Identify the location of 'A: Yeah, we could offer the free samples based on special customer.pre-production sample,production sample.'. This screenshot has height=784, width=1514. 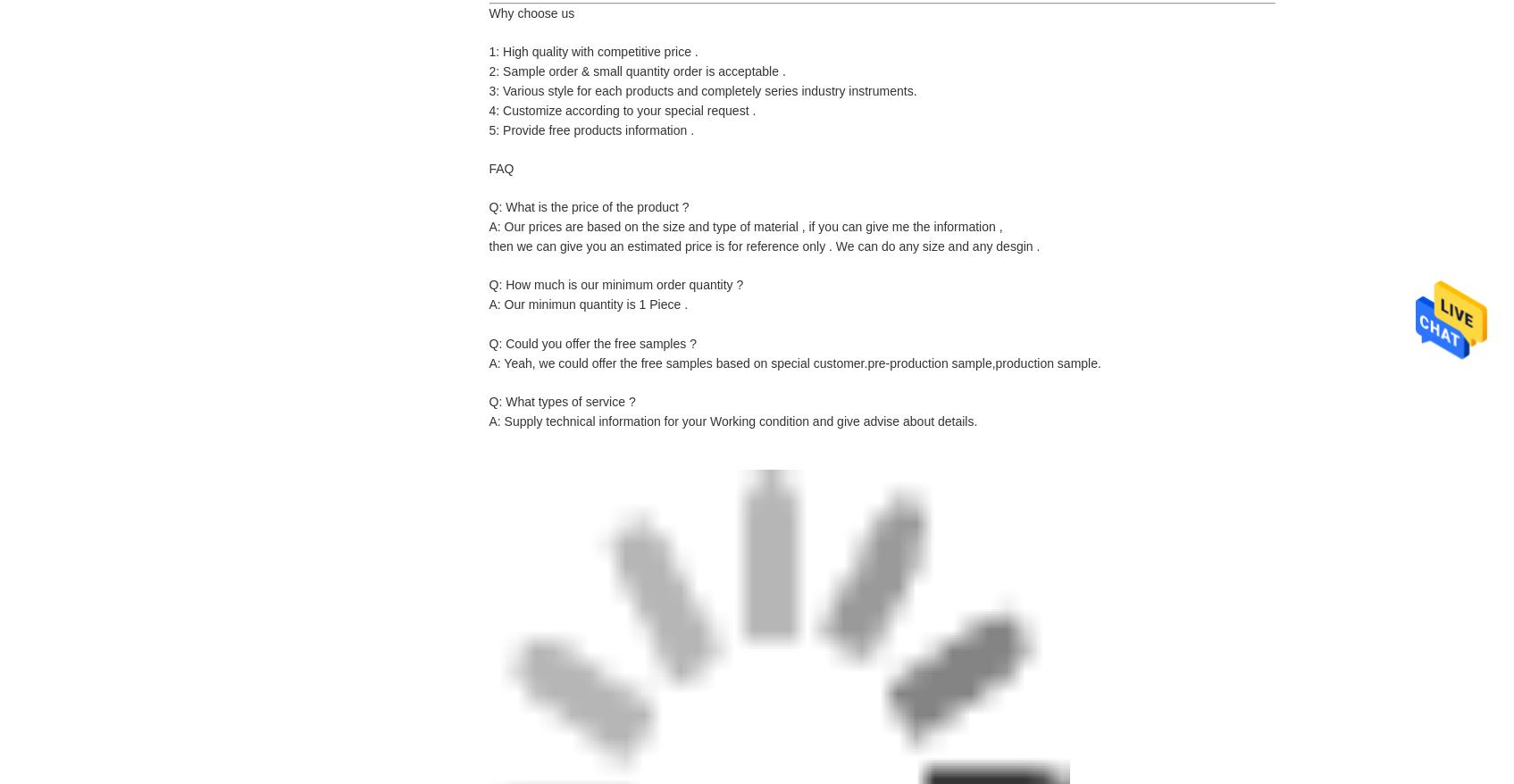
(793, 363).